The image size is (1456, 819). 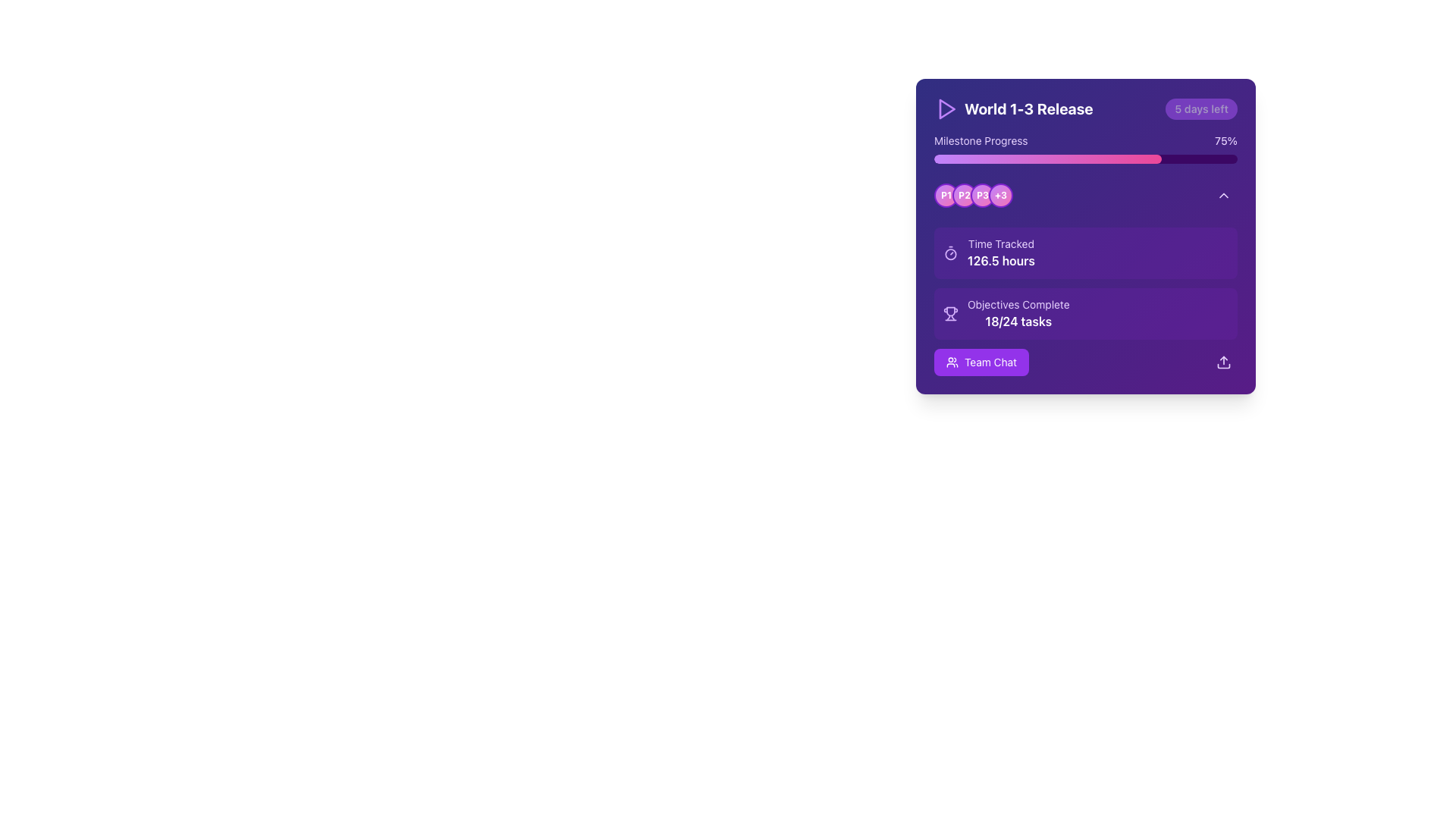 I want to click on the timer icon located in the 'Time Tracked' section, which visually represents 'time tracked' and complements the text showing '126.5 hours', so click(x=949, y=253).